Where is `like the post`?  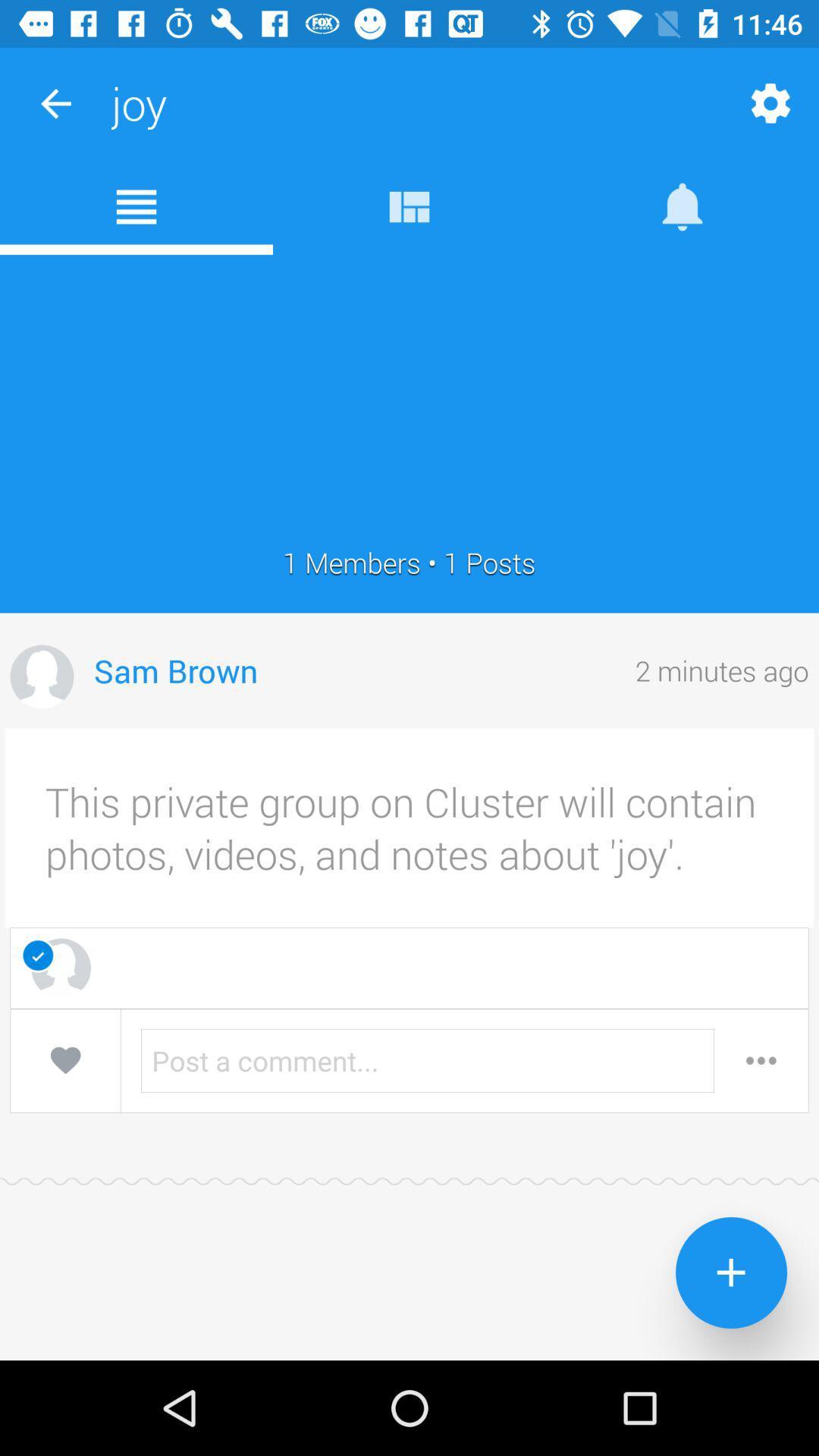
like the post is located at coordinates (64, 1059).